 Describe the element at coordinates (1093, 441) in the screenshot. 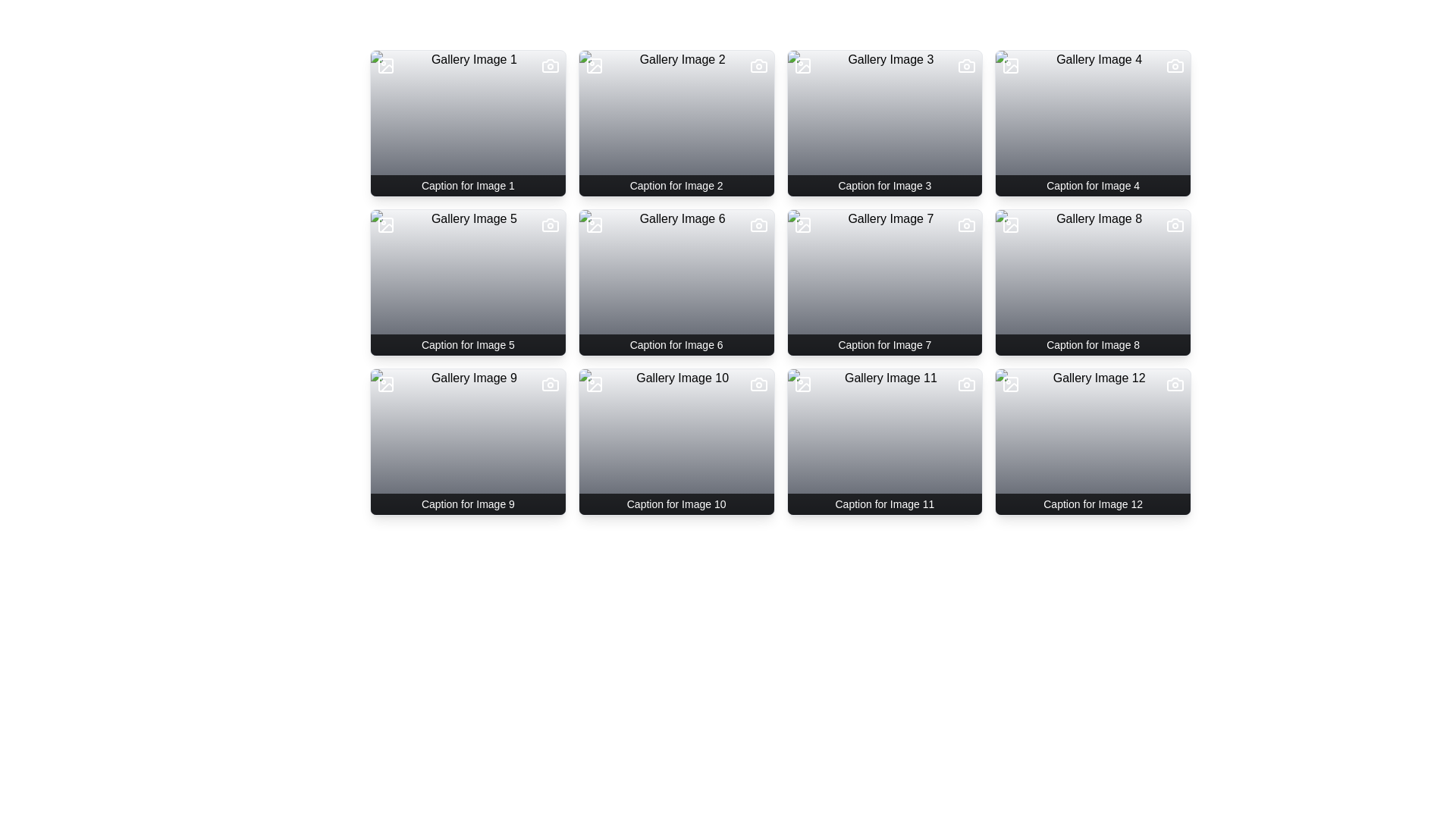

I see `visual overlay element that enhances the presentation of the text over the thumbnail titled 'Gallery Image 12' located at the bottom-right corner of the grid layout` at that location.